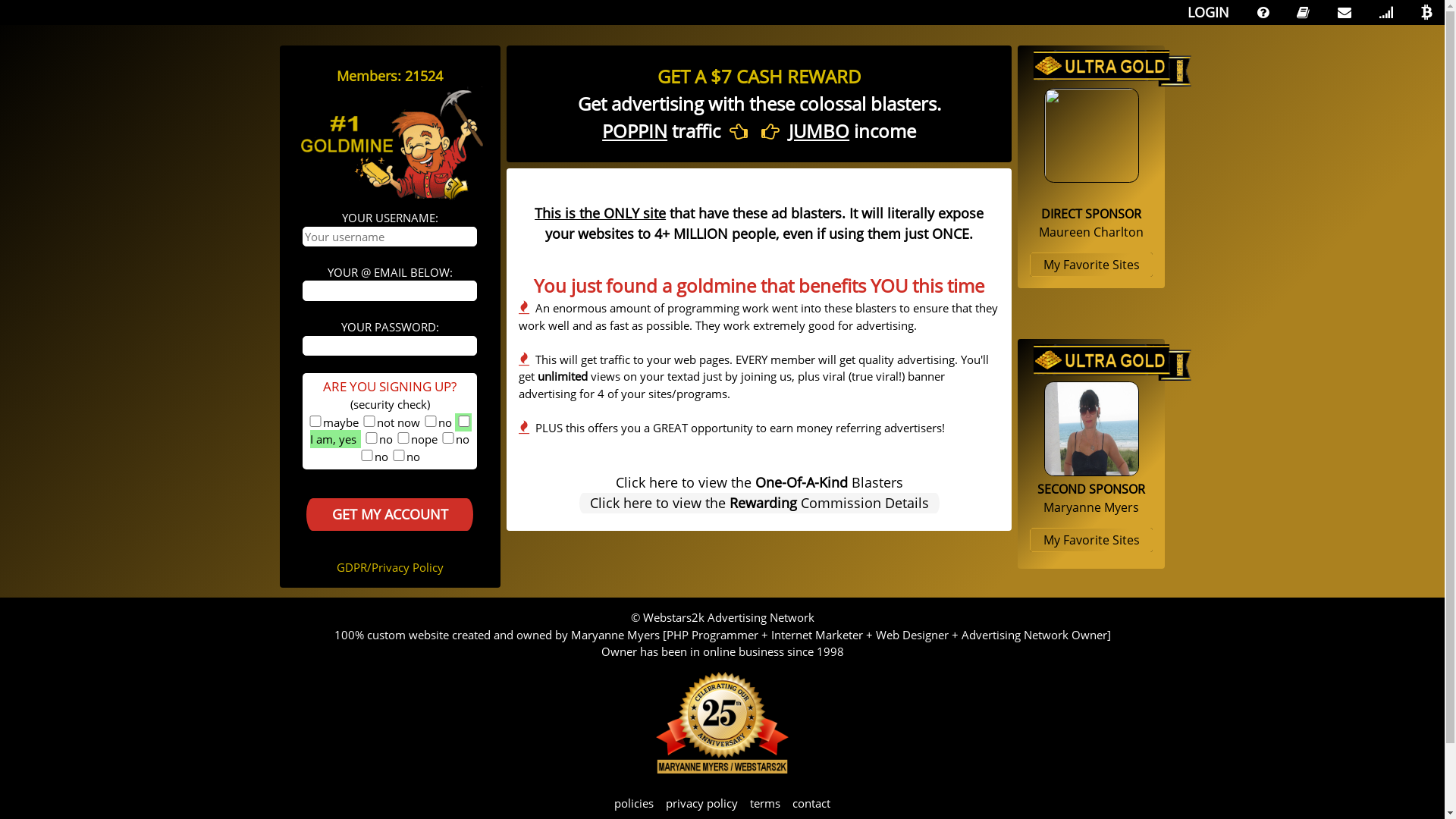 The height and width of the screenshot is (819, 1456). I want to click on 'GET MY ACCOUNT', so click(305, 513).